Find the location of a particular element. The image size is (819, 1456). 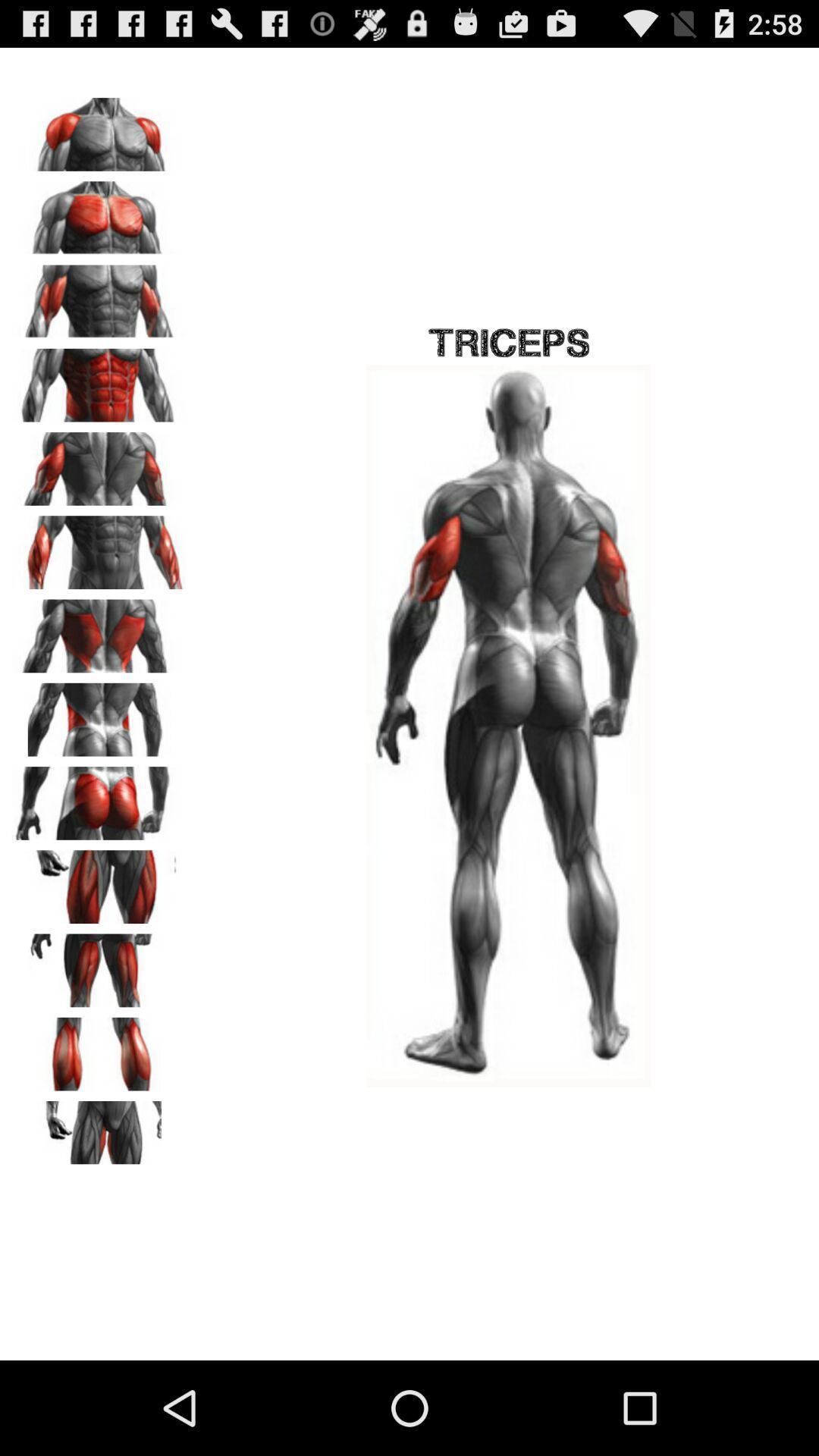

image is located at coordinates (99, 380).